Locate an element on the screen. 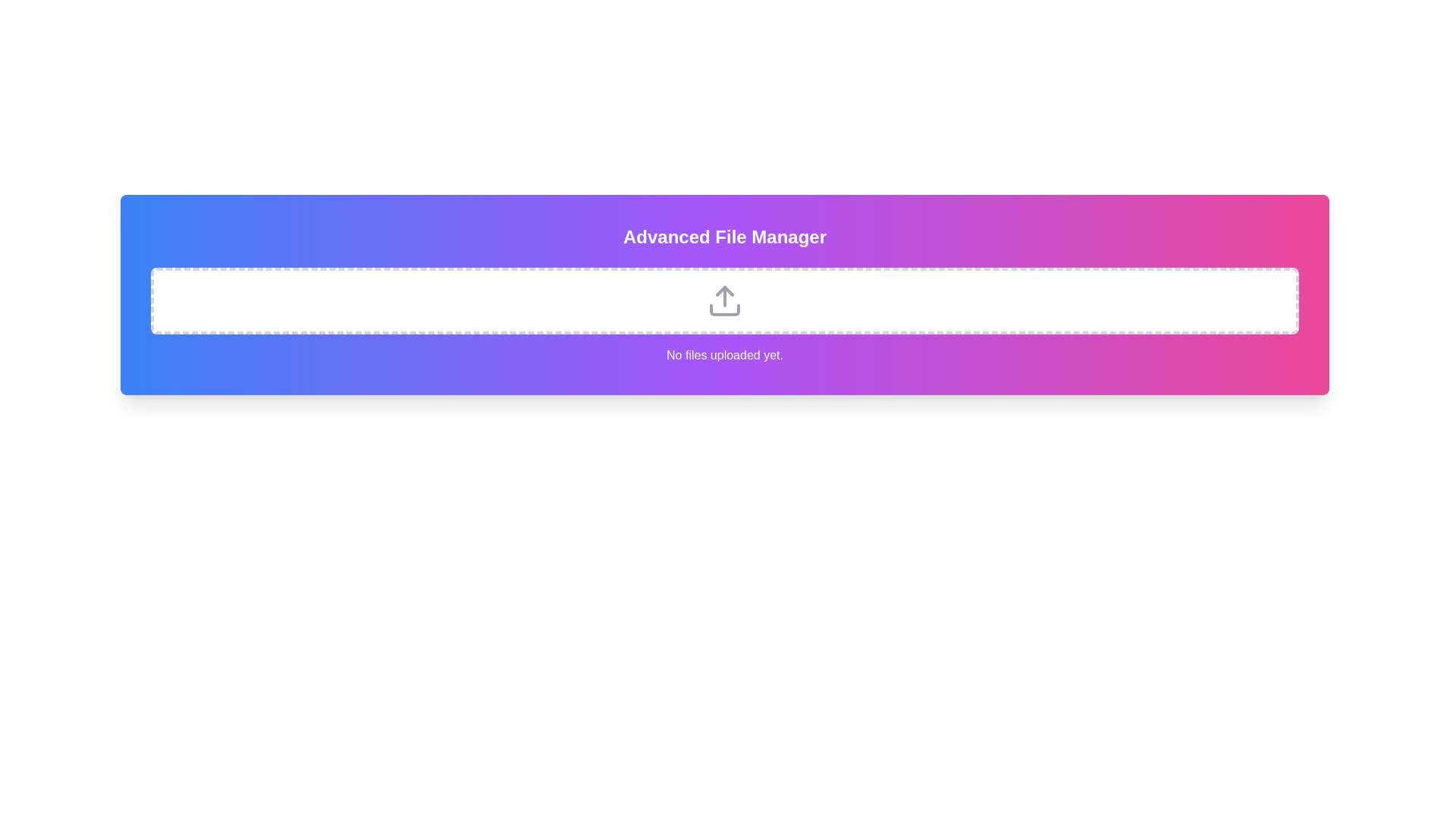 This screenshot has width=1456, height=819. the base rectangle of the upload icon, which serves as the foundation for the arrow above it is located at coordinates (723, 309).